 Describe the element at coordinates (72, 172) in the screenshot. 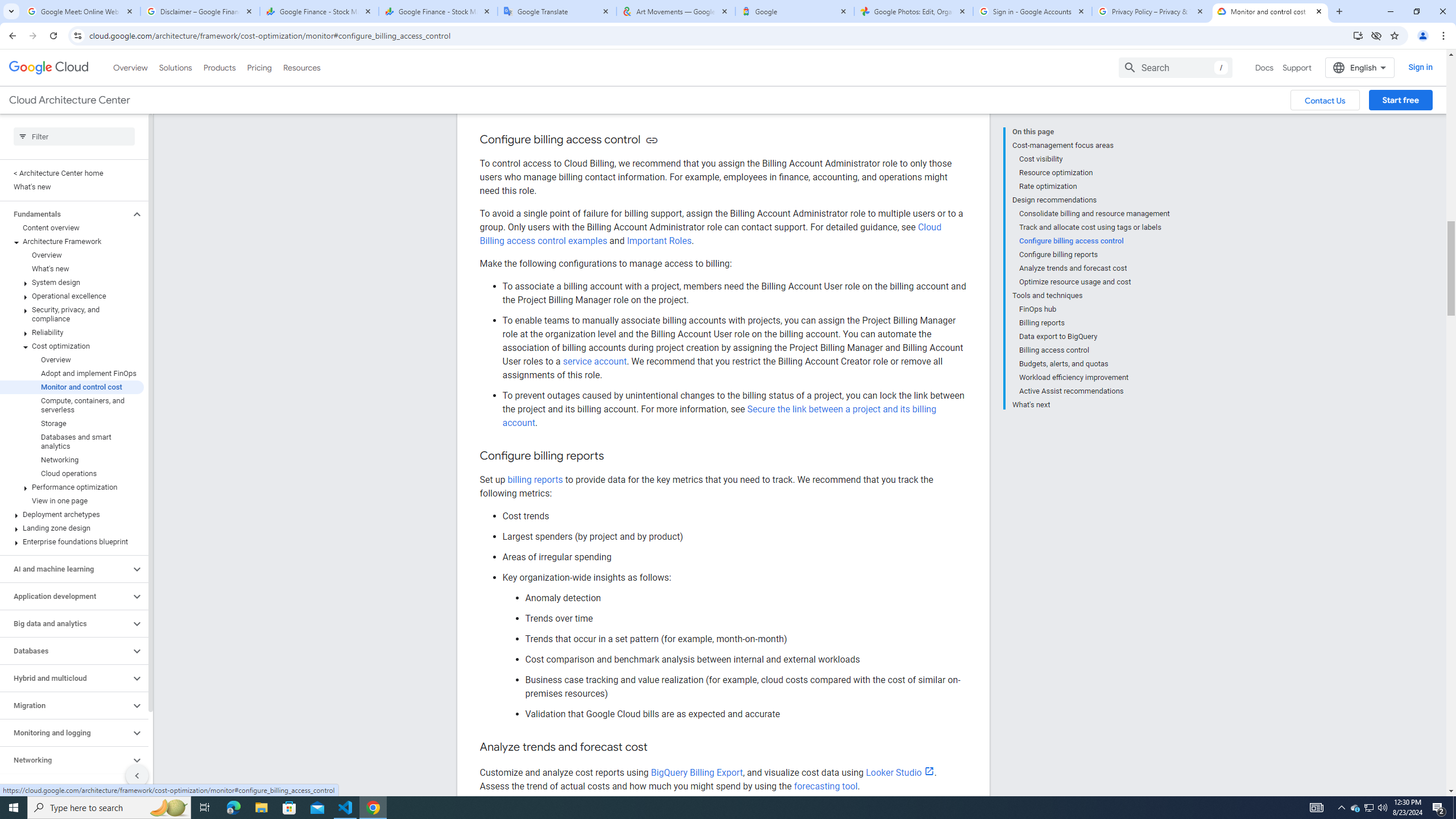

I see `'< Architecture Center home'` at that location.